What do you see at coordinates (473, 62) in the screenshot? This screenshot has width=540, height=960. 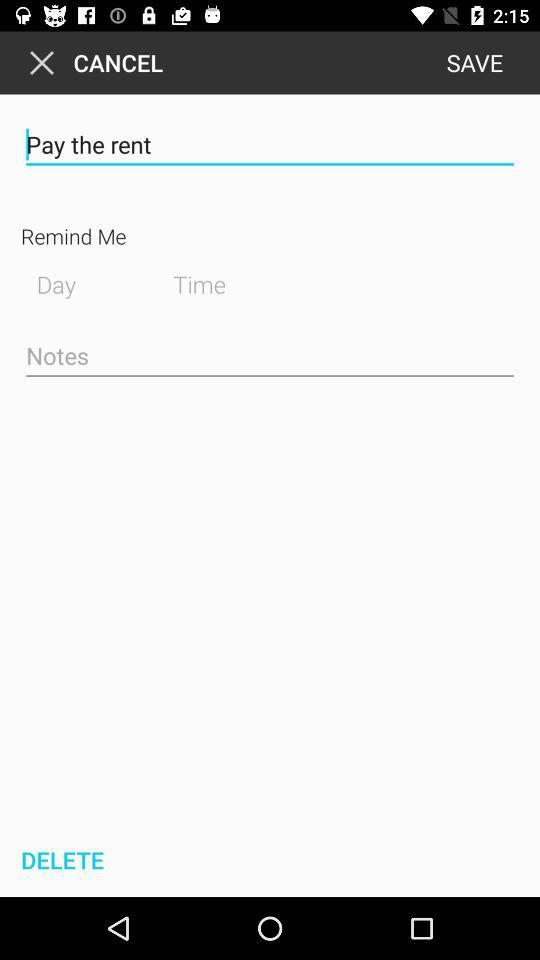 I see `the save icon` at bounding box center [473, 62].